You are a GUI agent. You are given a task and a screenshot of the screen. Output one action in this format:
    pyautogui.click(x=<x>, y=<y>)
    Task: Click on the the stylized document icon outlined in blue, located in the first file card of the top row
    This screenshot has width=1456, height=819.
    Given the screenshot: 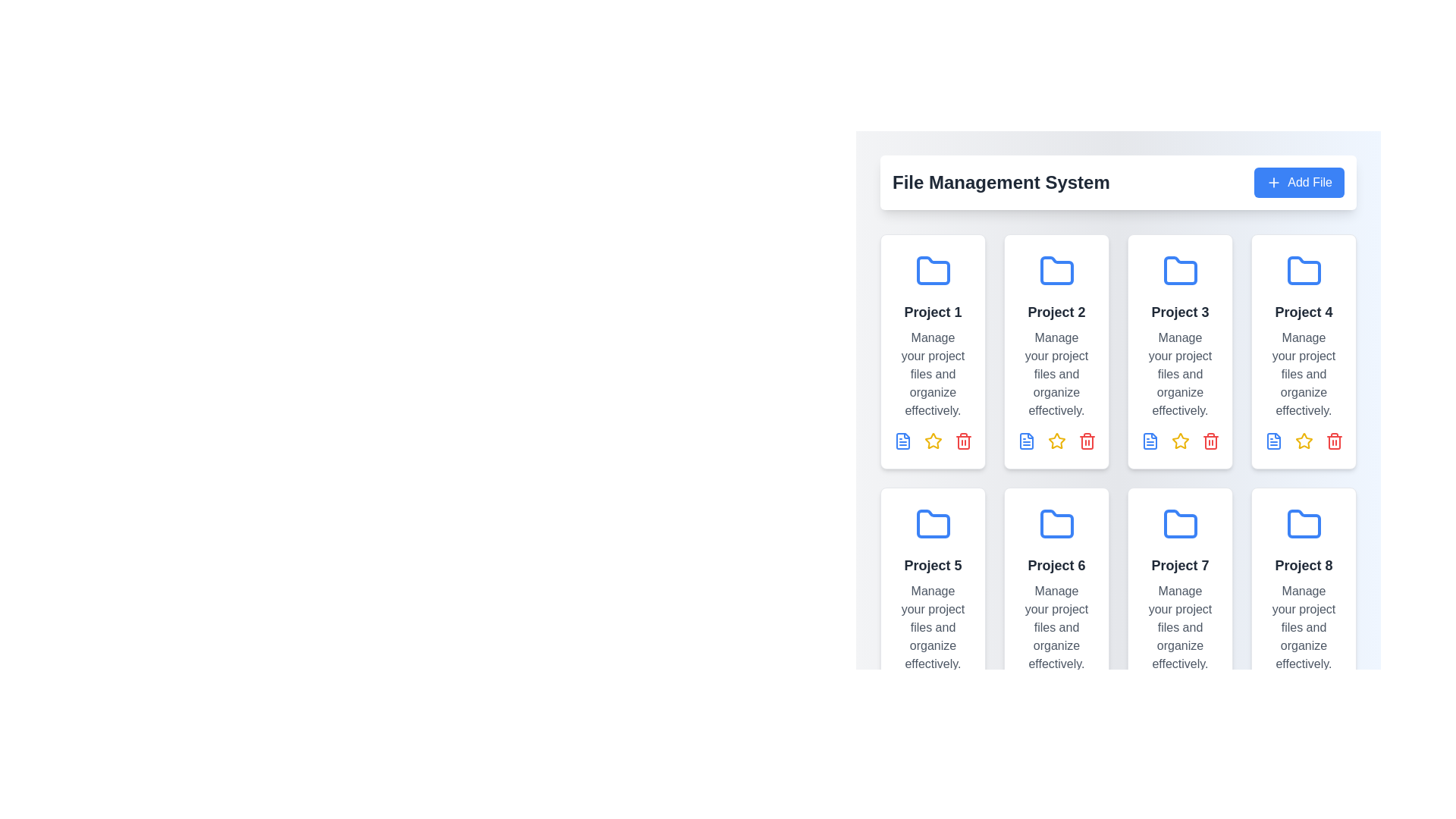 What is the action you would take?
    pyautogui.click(x=1026, y=441)
    